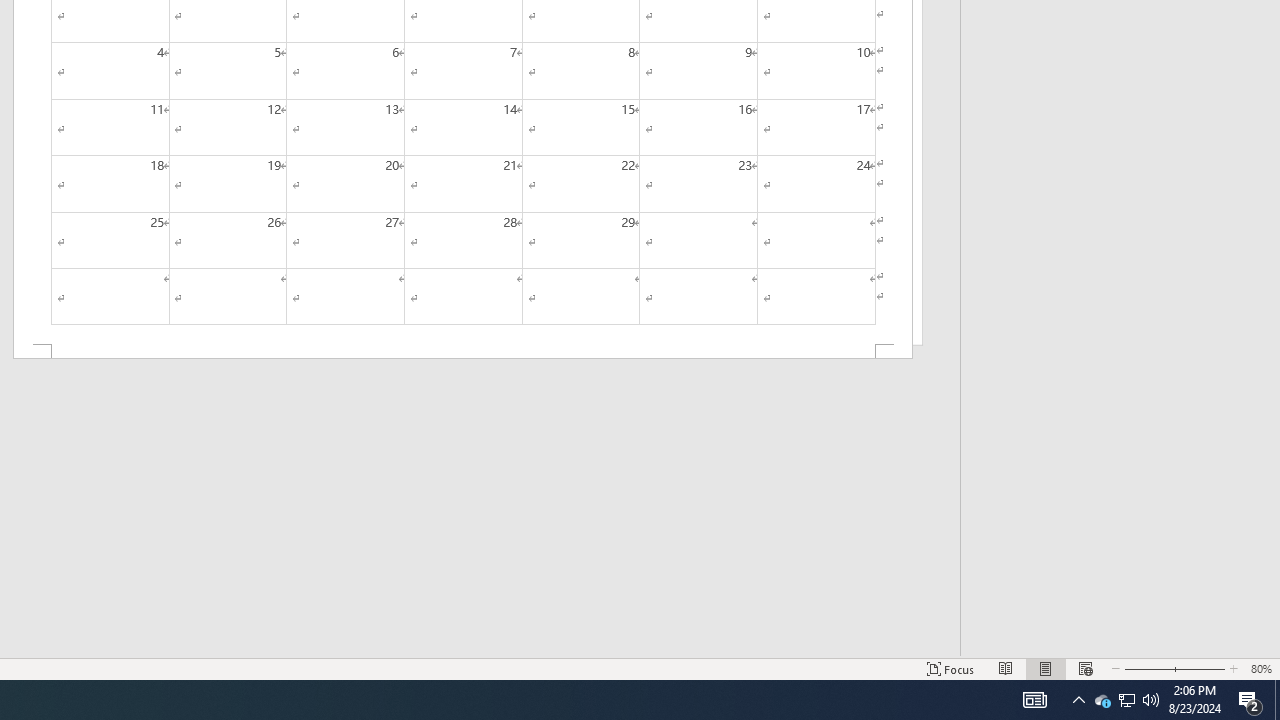  What do you see at coordinates (1006, 669) in the screenshot?
I see `'Read Mode'` at bounding box center [1006, 669].